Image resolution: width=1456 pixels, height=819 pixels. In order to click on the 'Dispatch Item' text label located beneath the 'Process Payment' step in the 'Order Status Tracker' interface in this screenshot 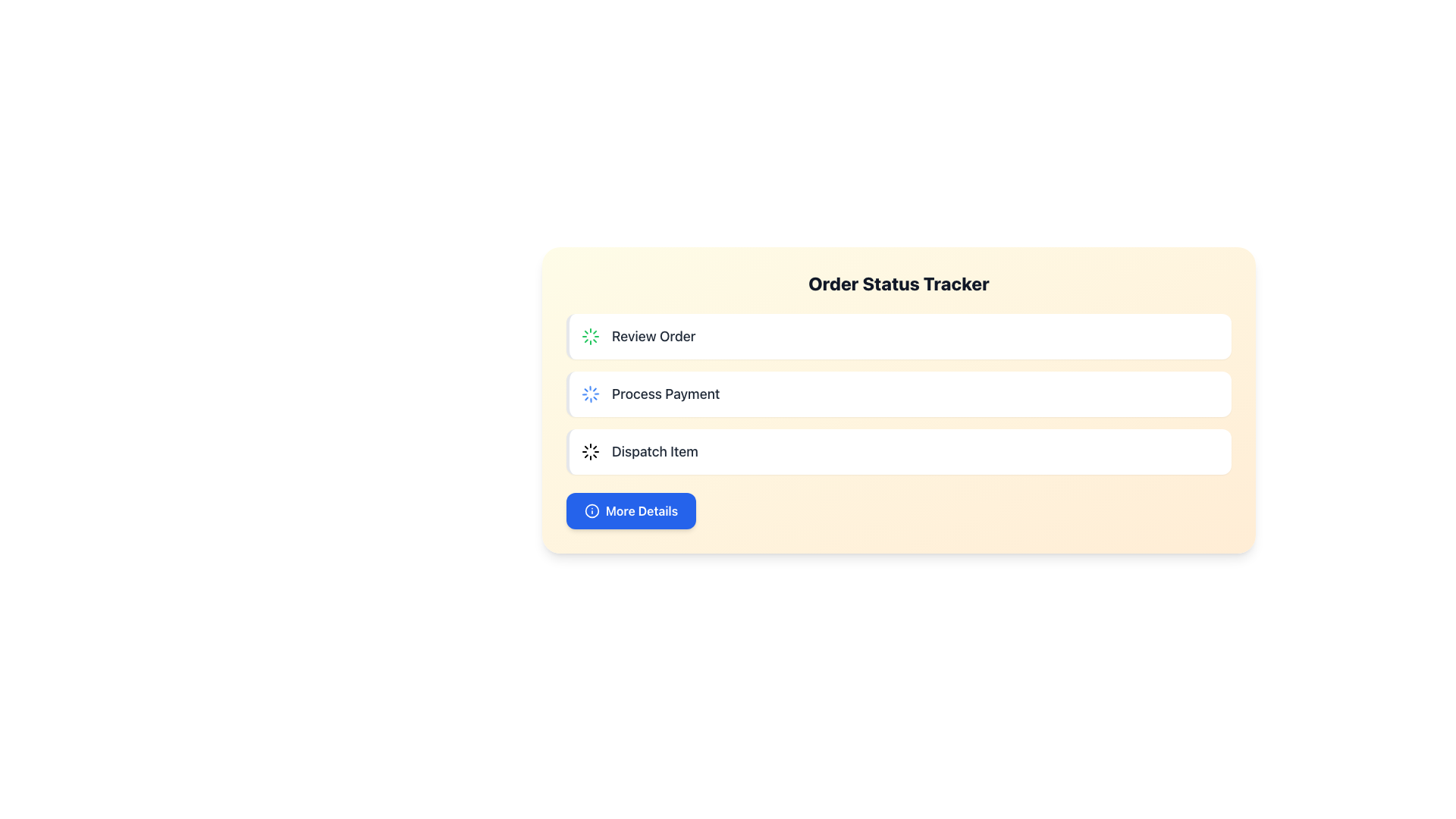, I will do `click(654, 451)`.